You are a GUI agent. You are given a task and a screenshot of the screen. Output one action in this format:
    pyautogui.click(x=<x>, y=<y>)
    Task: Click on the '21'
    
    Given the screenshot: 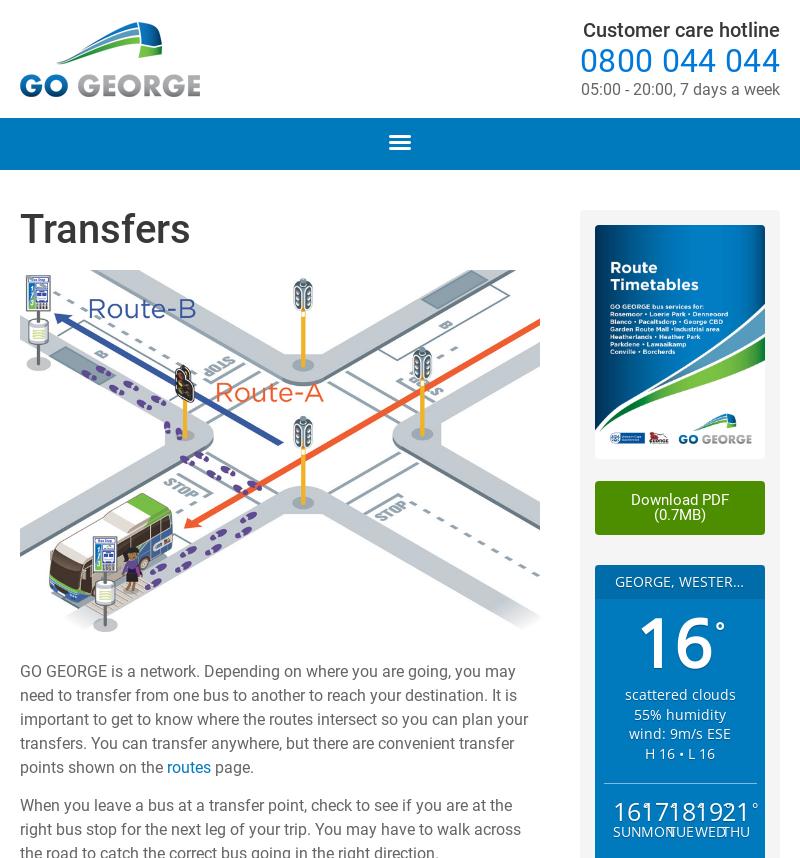 What is the action you would take?
    pyautogui.click(x=736, y=810)
    